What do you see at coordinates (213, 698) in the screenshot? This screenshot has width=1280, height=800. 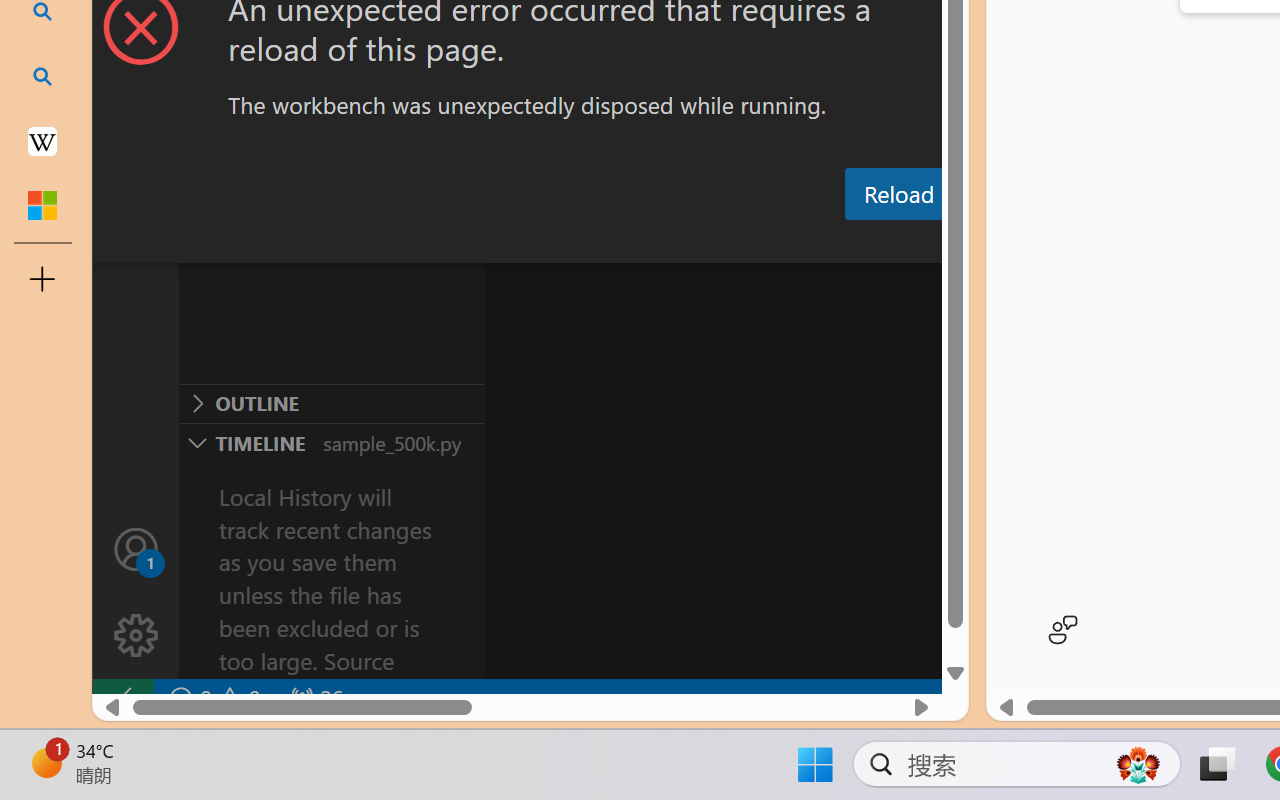 I see `'No Problems'` at bounding box center [213, 698].